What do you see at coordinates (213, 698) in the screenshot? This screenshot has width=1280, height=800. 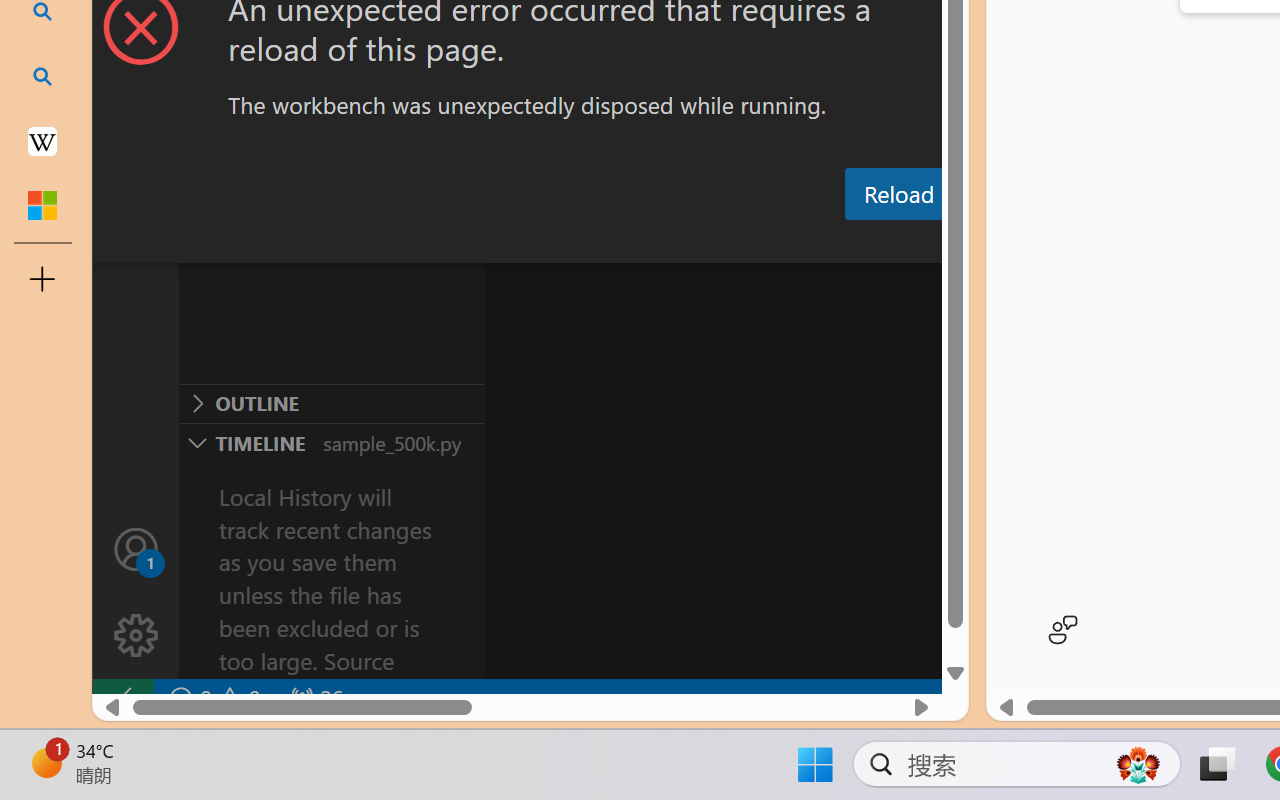 I see `'No Problems'` at bounding box center [213, 698].